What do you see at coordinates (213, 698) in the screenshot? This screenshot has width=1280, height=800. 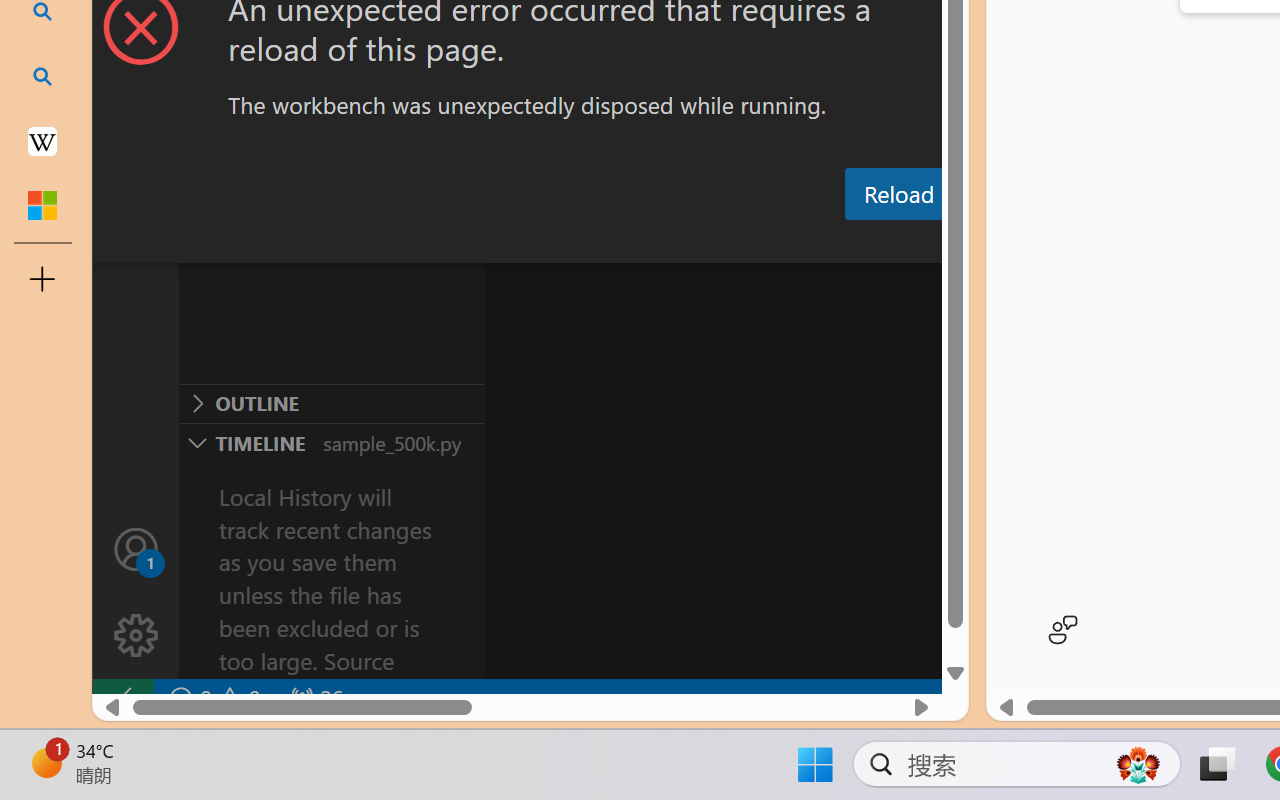 I see `'No Problems'` at bounding box center [213, 698].